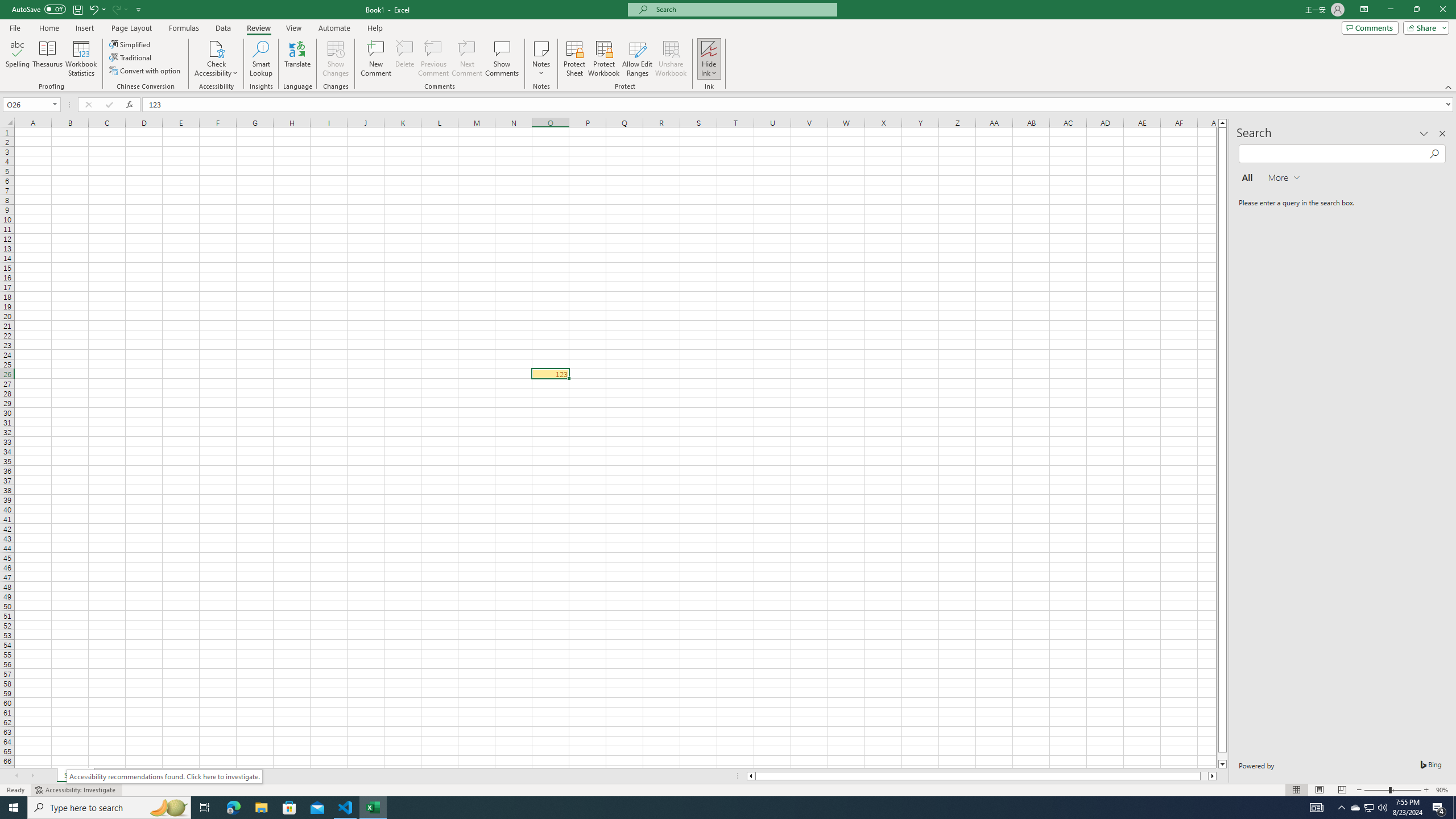 The image size is (1456, 819). Describe the element at coordinates (130, 44) in the screenshot. I see `'Simplified'` at that location.